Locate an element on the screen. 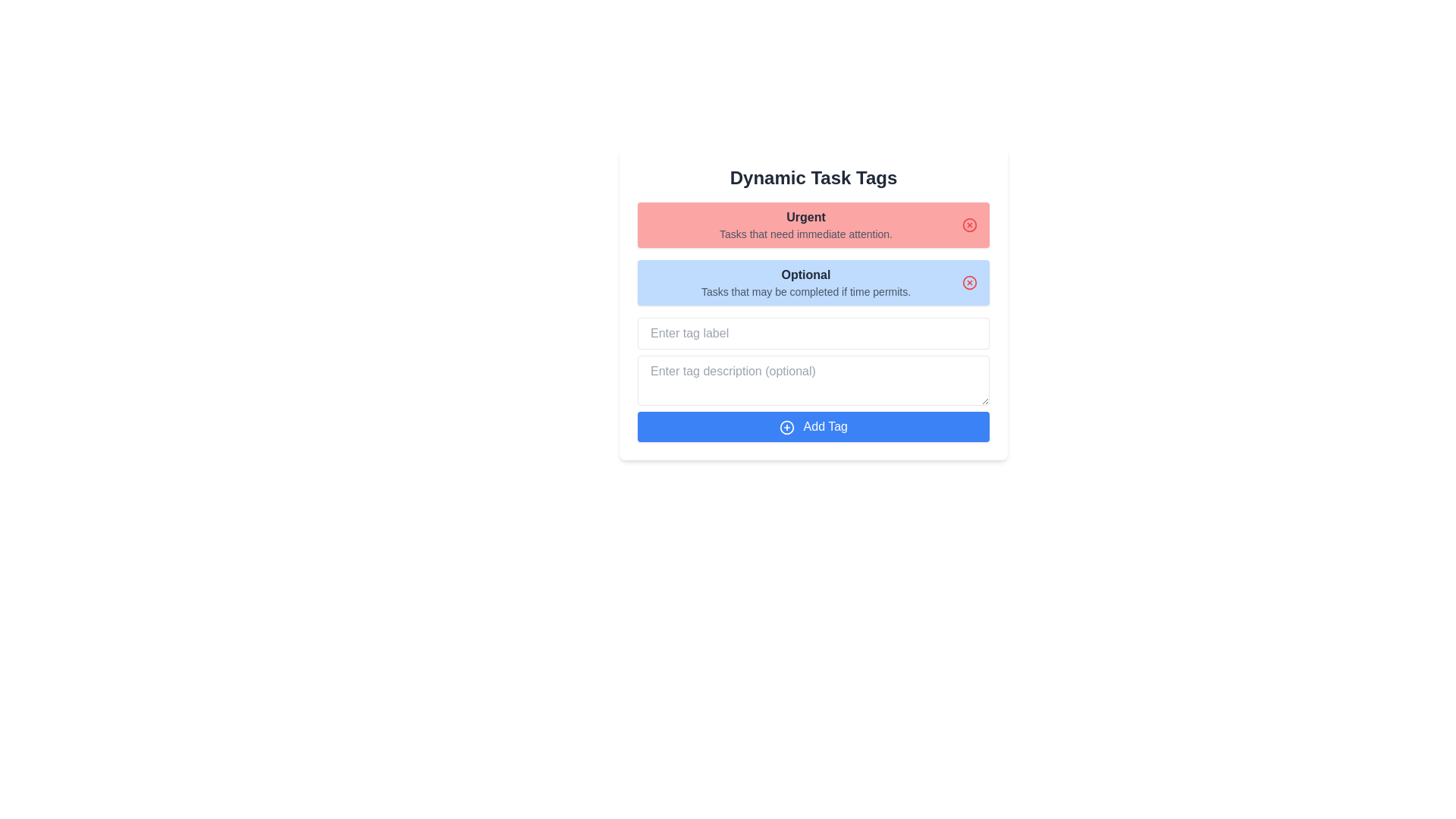 Image resolution: width=1456 pixels, height=819 pixels. the close icon button with an 'X' symbol in the upper-right corner of the blue 'Optional' section is located at coordinates (968, 283).